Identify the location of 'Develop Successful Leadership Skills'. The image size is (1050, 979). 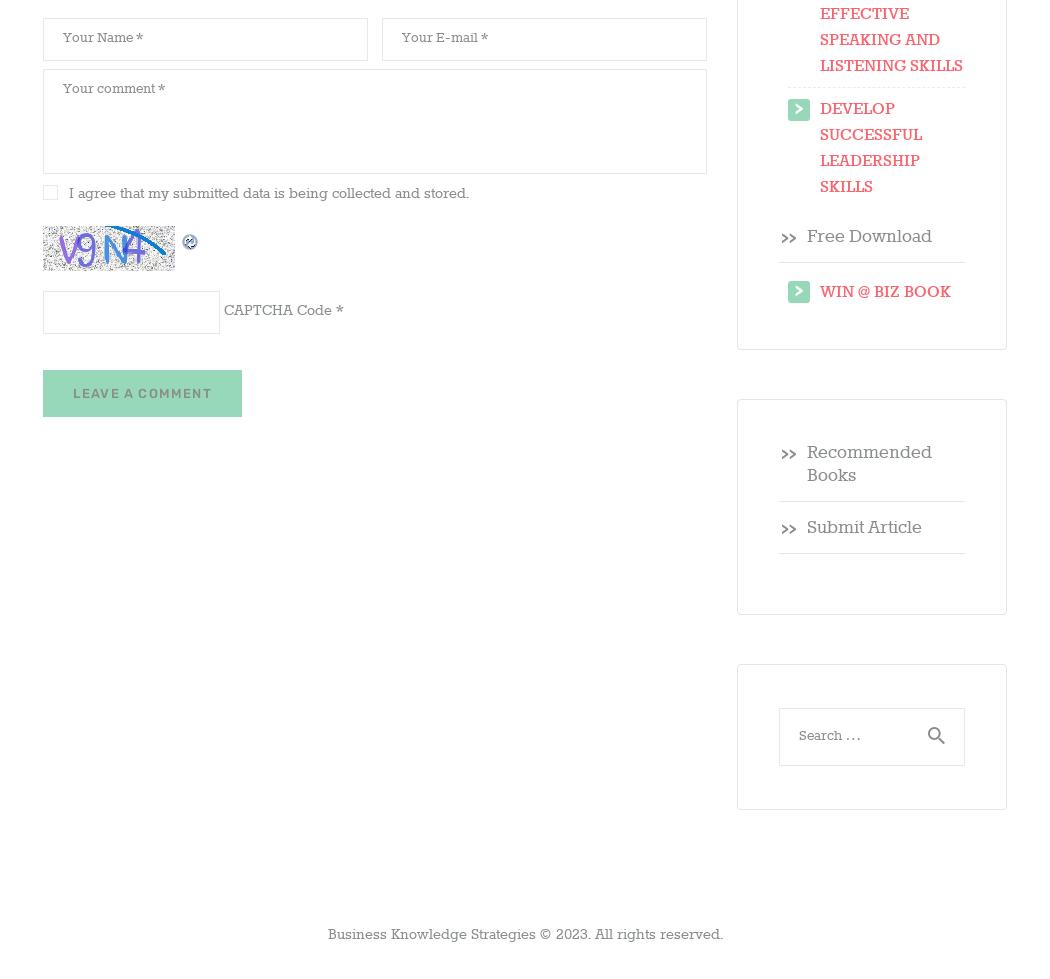
(869, 148).